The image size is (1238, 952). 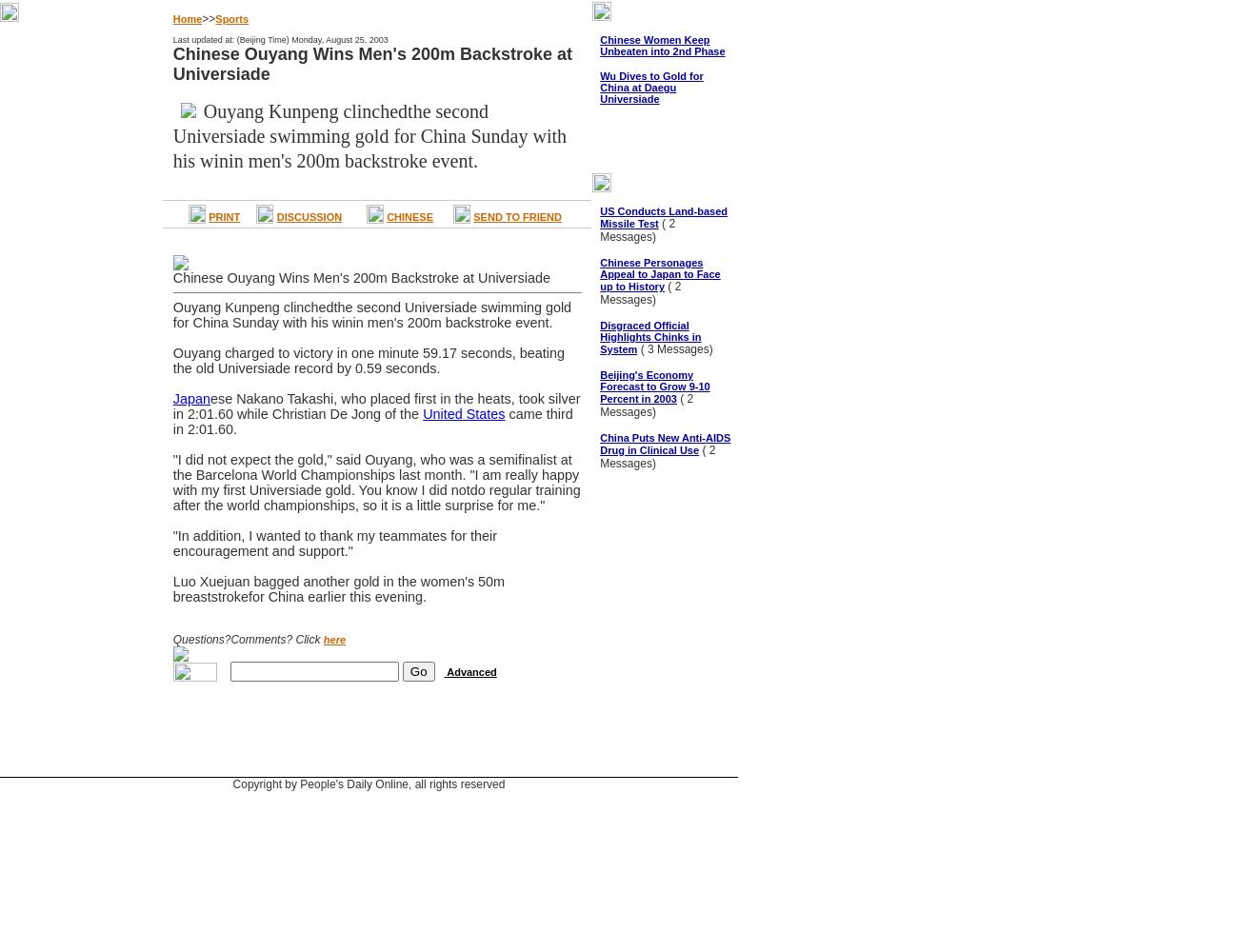 What do you see at coordinates (462, 414) in the screenshot?
I see `'United States'` at bounding box center [462, 414].